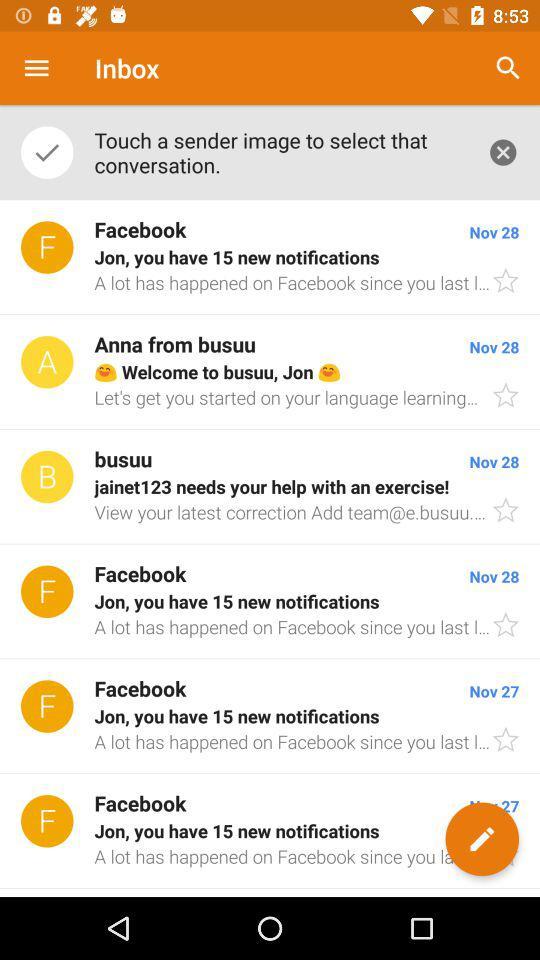 The image size is (540, 960). I want to click on app below the inbox item, so click(279, 151).